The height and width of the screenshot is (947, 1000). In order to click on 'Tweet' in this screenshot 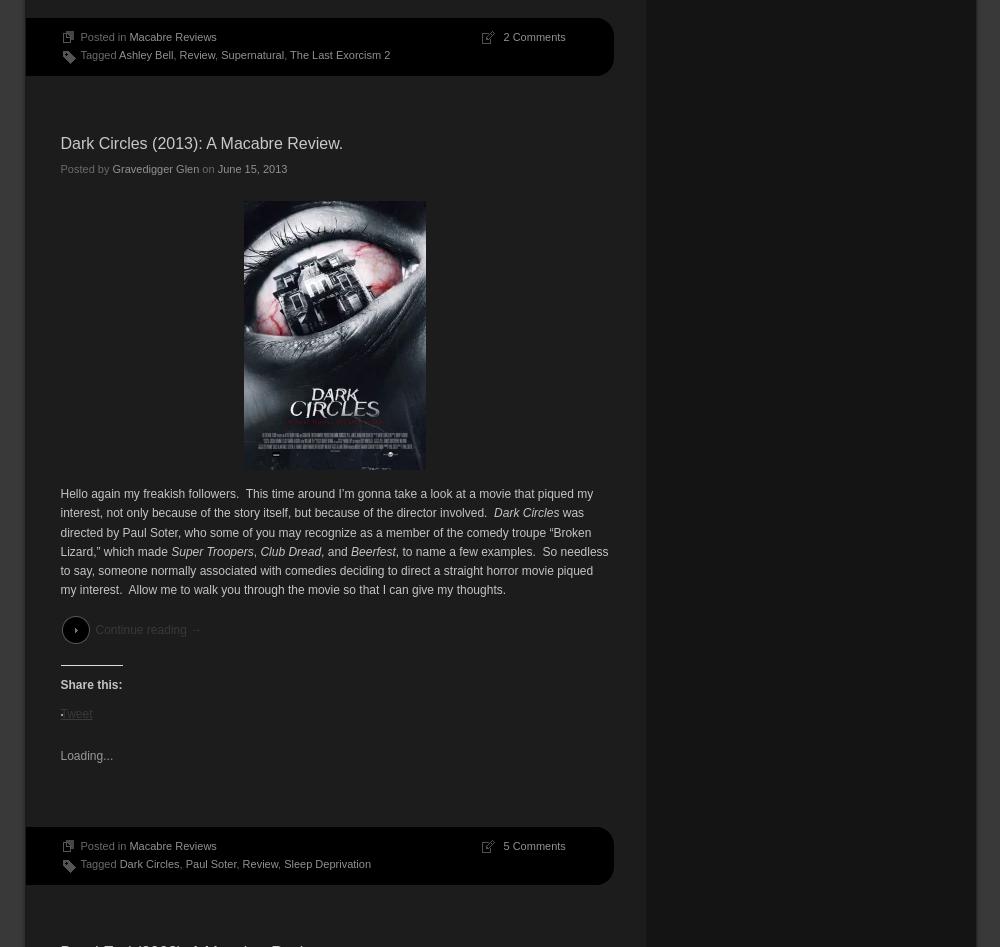, I will do `click(75, 711)`.